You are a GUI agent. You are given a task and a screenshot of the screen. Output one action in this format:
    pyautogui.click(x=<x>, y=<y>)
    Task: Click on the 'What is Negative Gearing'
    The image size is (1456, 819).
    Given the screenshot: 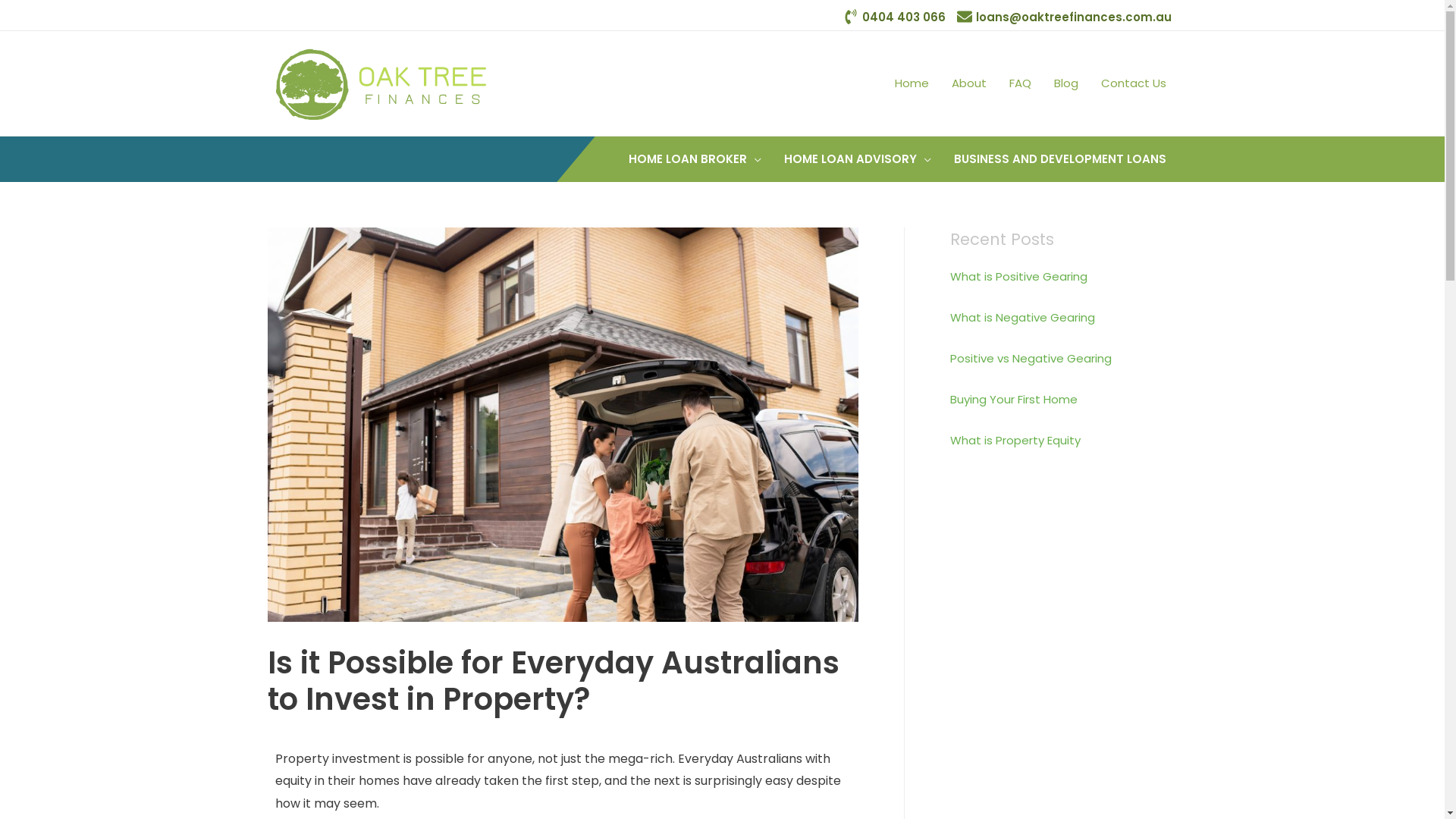 What is the action you would take?
    pyautogui.click(x=1021, y=316)
    